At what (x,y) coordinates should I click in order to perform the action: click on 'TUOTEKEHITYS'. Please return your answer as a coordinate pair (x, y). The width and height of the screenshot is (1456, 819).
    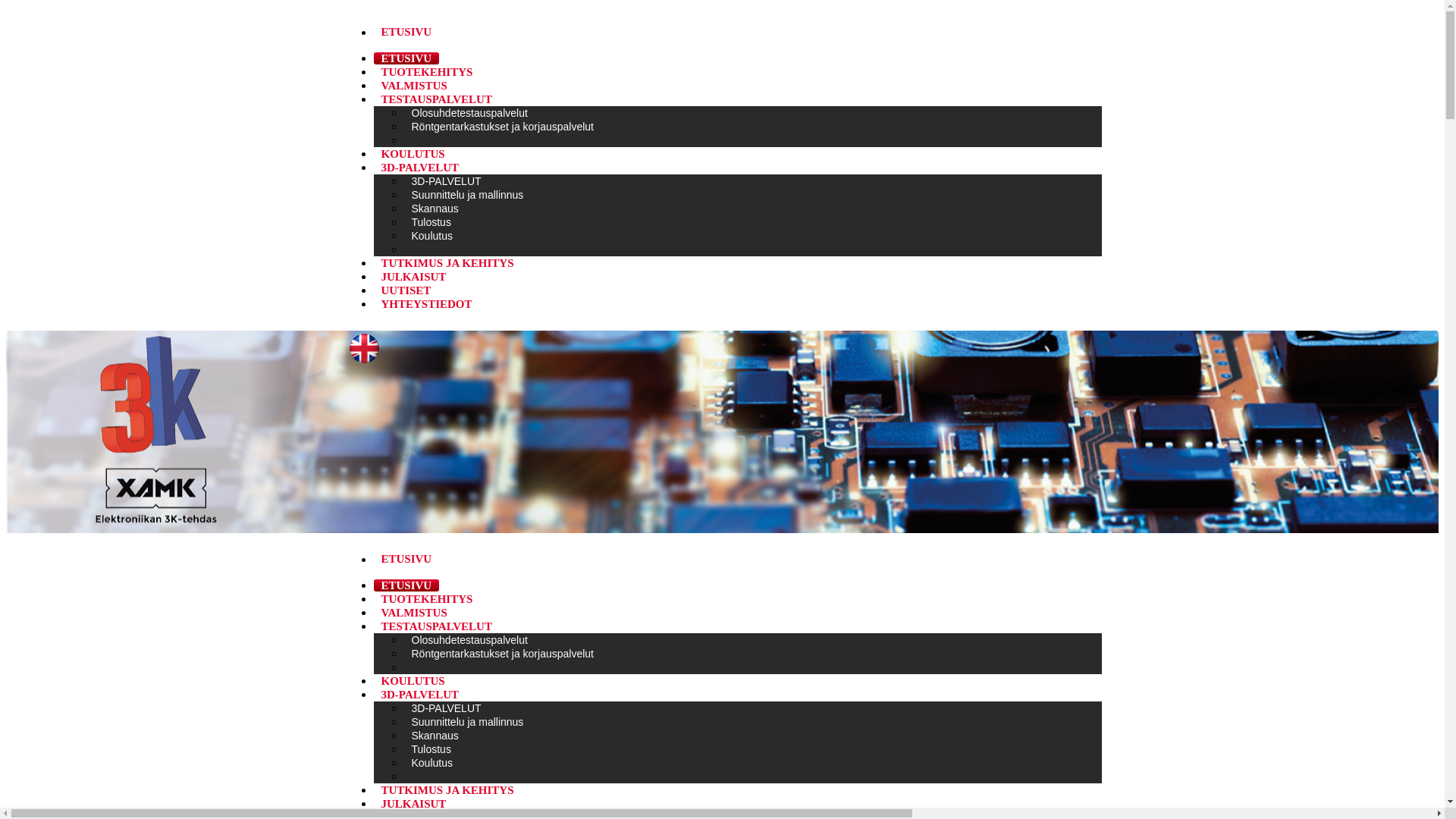
    Looking at the image, I should click on (425, 72).